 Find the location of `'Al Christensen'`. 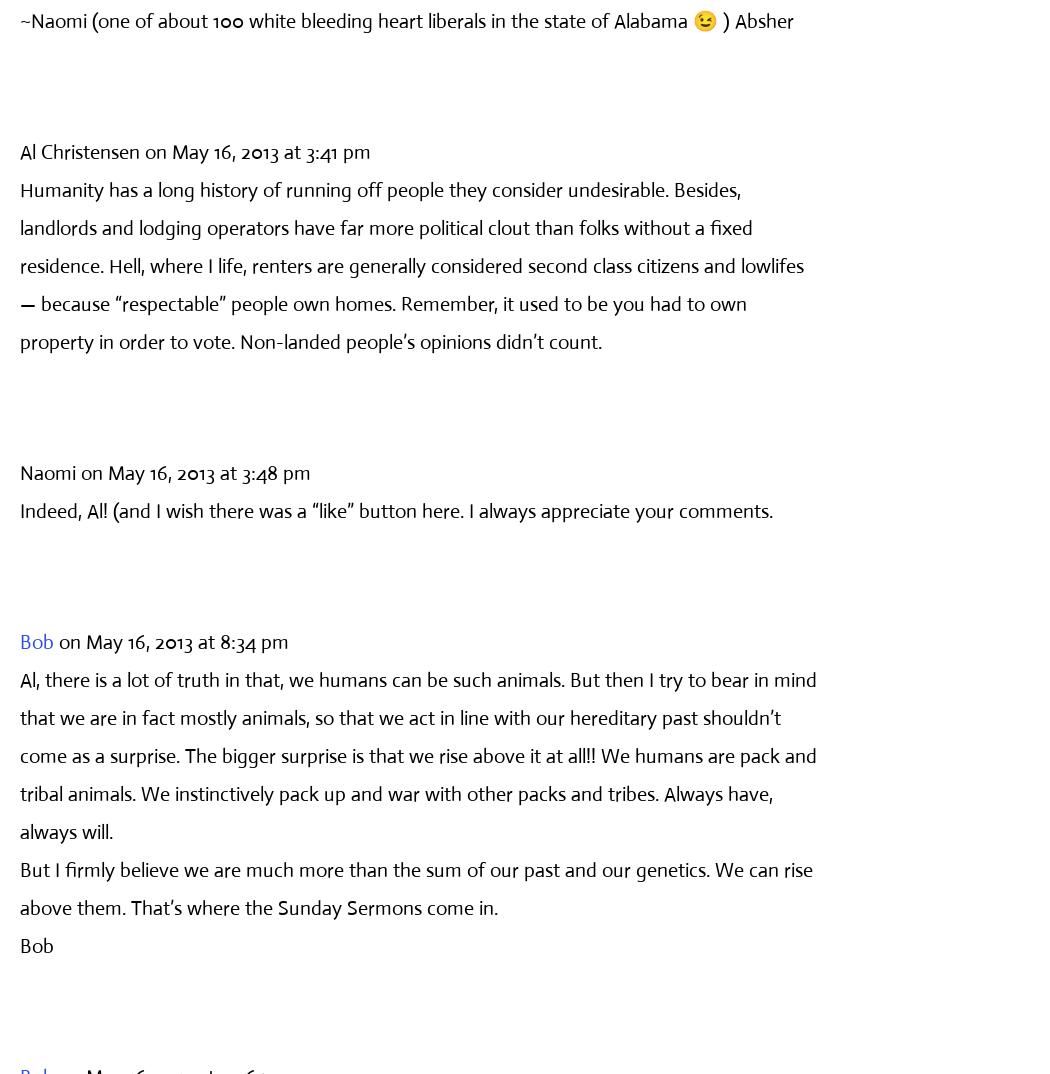

'Al Christensen' is located at coordinates (80, 150).